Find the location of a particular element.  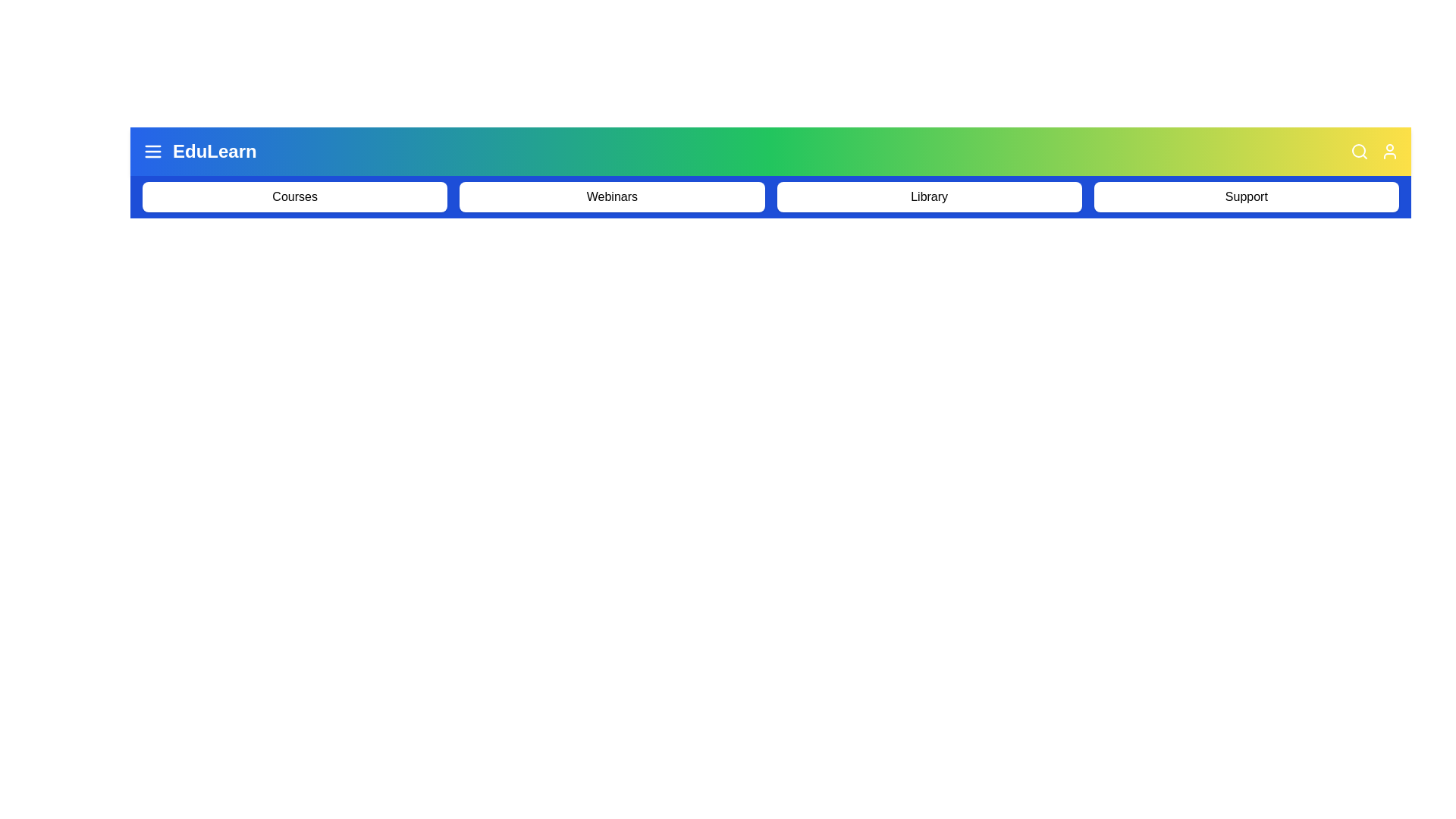

the menu item Webinars is located at coordinates (611, 196).